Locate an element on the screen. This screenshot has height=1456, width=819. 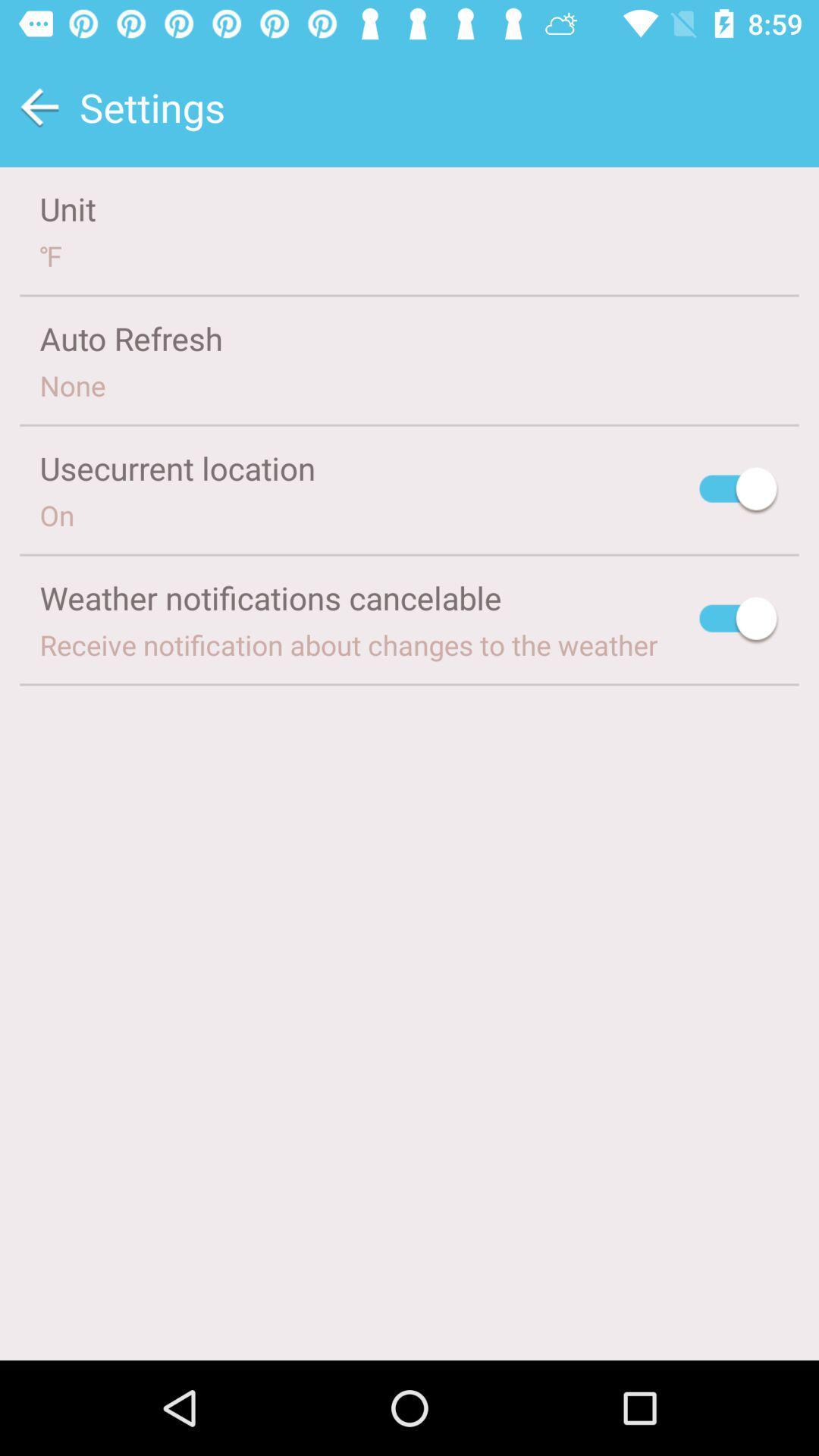
the icon next to usecurrent location icon is located at coordinates (739, 491).